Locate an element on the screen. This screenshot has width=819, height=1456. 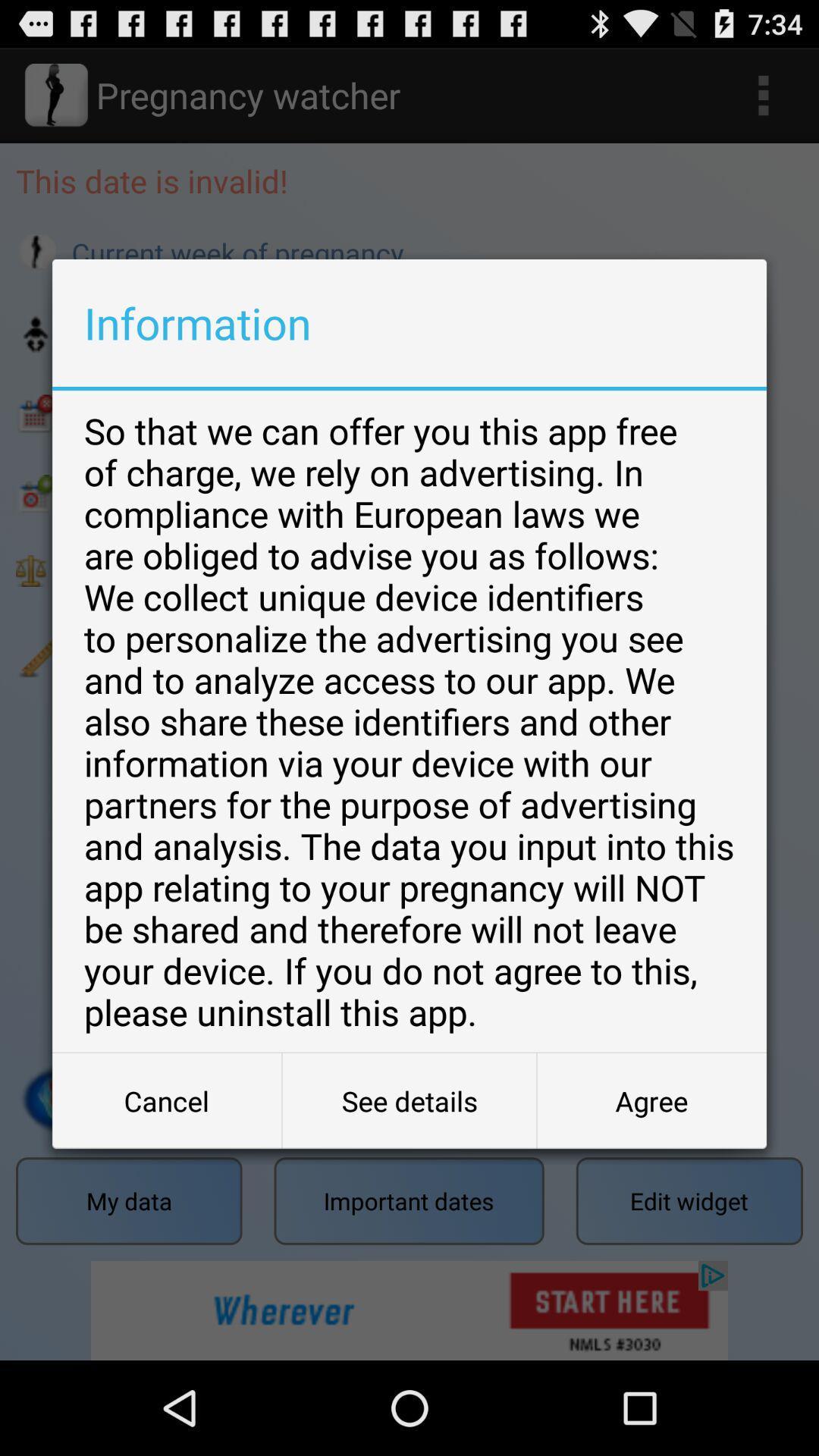
the item below the so that we is located at coordinates (409, 1100).